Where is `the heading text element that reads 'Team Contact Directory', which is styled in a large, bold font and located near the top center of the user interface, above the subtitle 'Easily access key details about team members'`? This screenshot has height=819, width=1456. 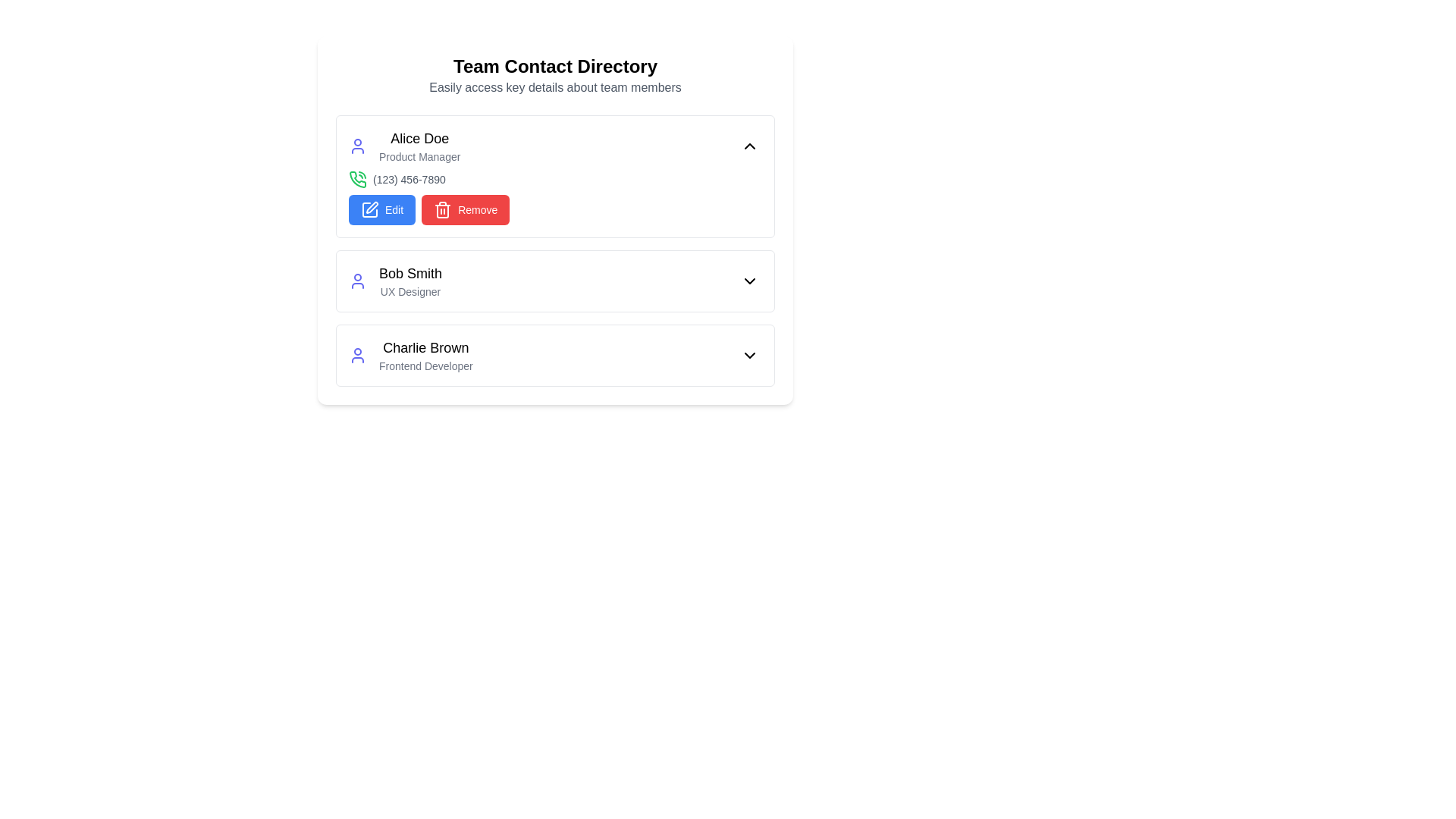
the heading text element that reads 'Team Contact Directory', which is styled in a large, bold font and located near the top center of the user interface, above the subtitle 'Easily access key details about team members' is located at coordinates (554, 66).